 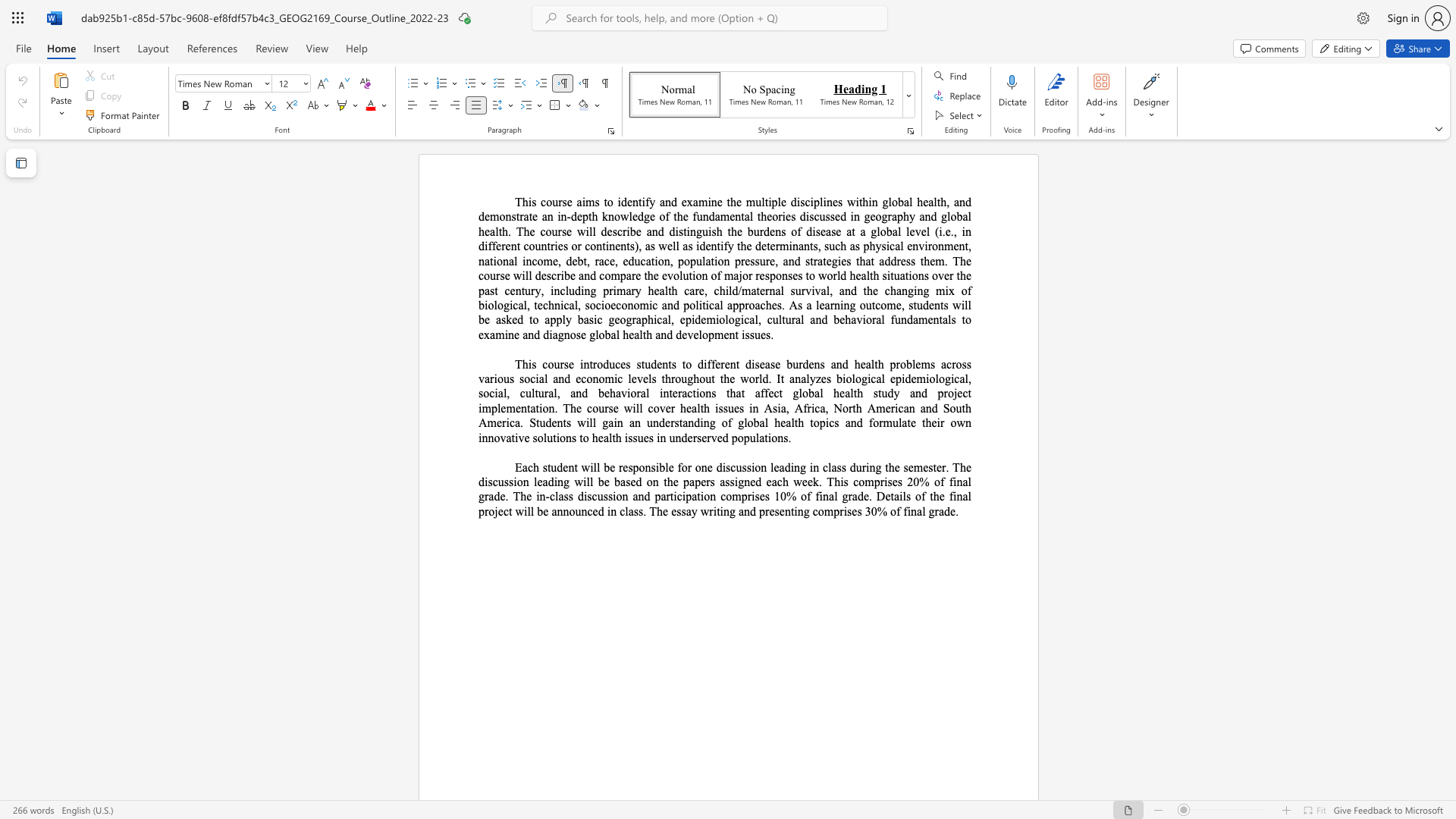 I want to click on the 2th character "n" in the text, so click(x=612, y=245).